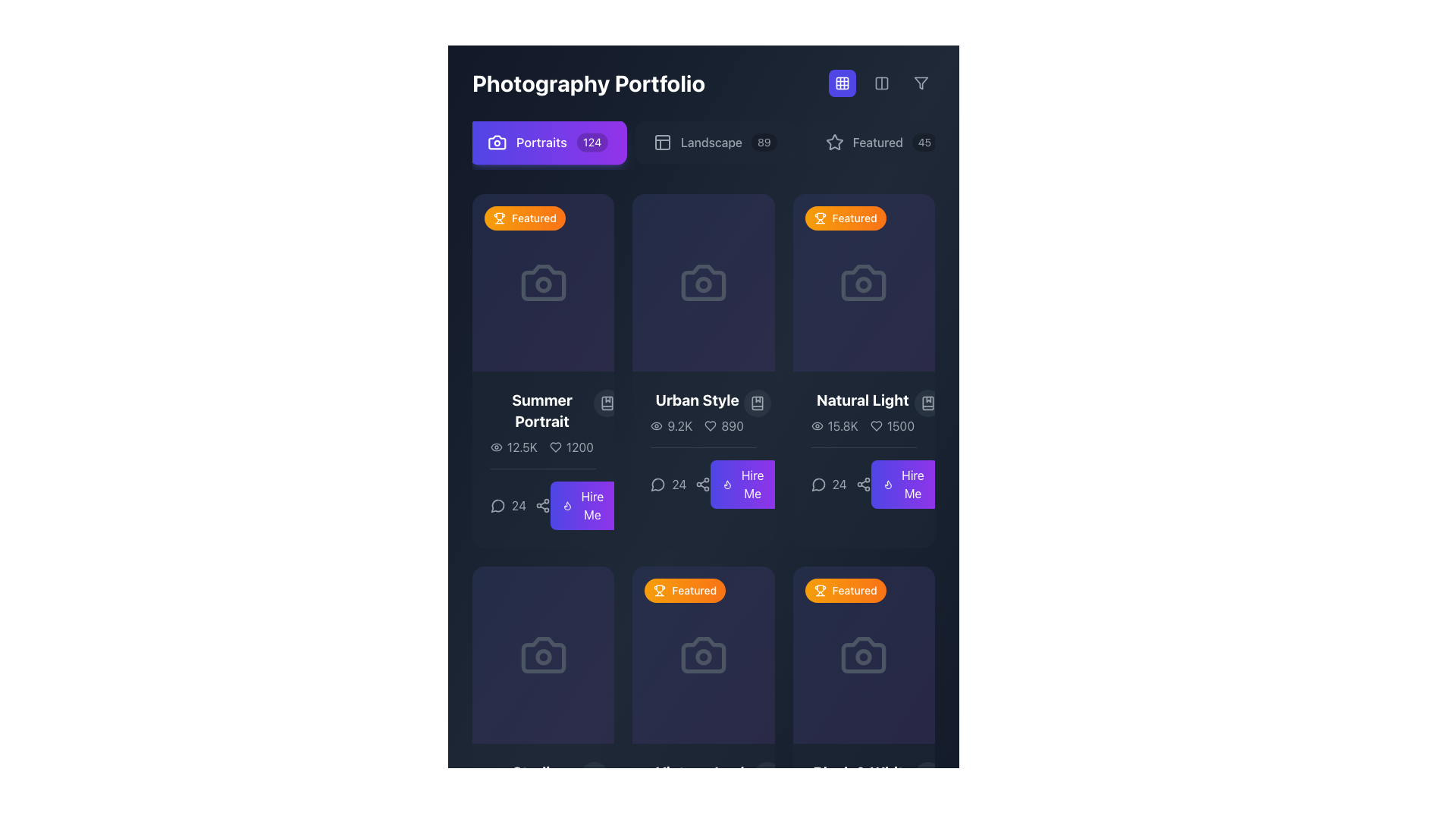 This screenshot has width=1456, height=819. What do you see at coordinates (757, 403) in the screenshot?
I see `the bookmark icon located in the top-right quadrant of the 'Urban Style' card` at bounding box center [757, 403].